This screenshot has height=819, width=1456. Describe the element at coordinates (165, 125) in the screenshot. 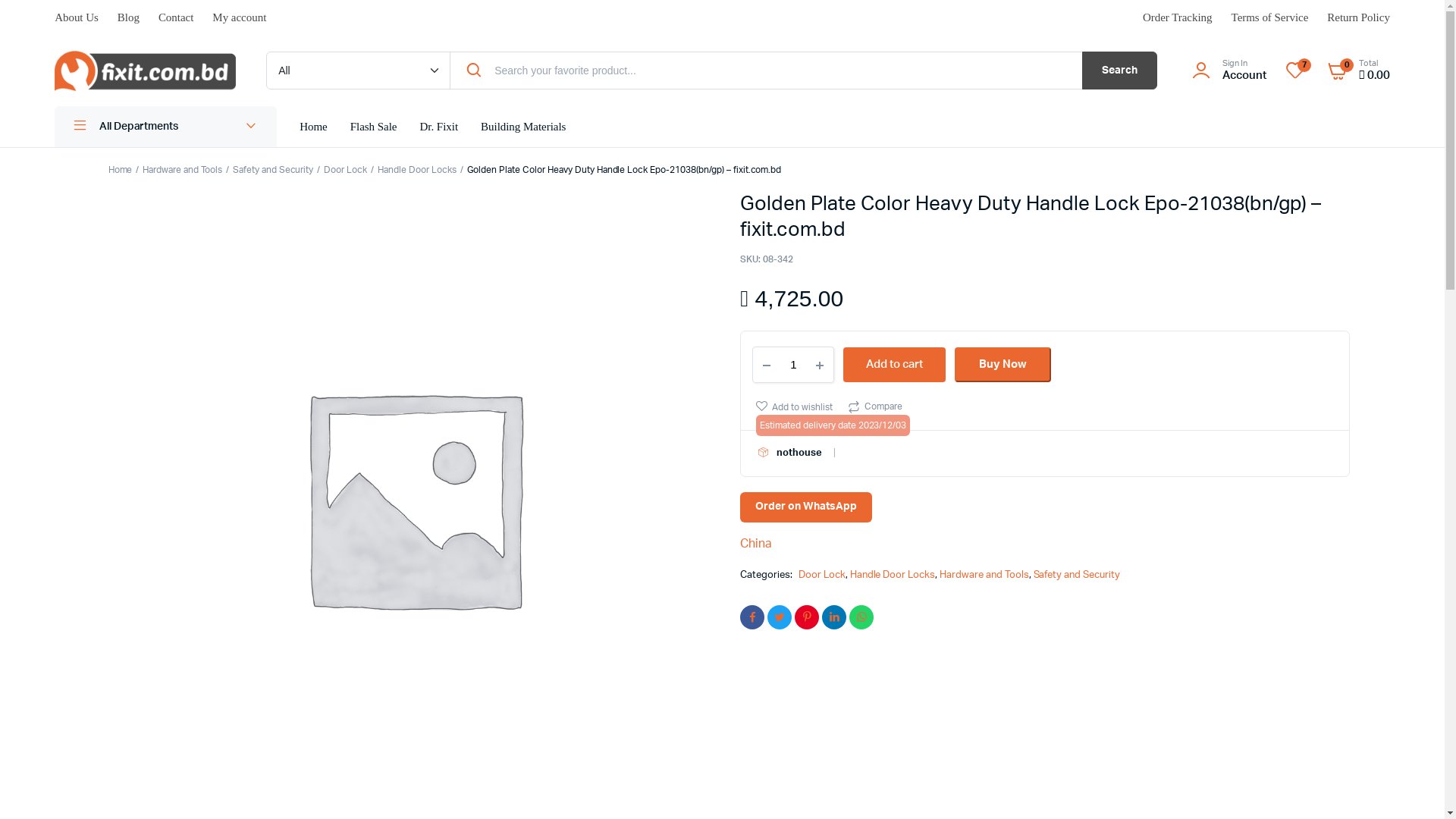

I see `'All Departments'` at that location.